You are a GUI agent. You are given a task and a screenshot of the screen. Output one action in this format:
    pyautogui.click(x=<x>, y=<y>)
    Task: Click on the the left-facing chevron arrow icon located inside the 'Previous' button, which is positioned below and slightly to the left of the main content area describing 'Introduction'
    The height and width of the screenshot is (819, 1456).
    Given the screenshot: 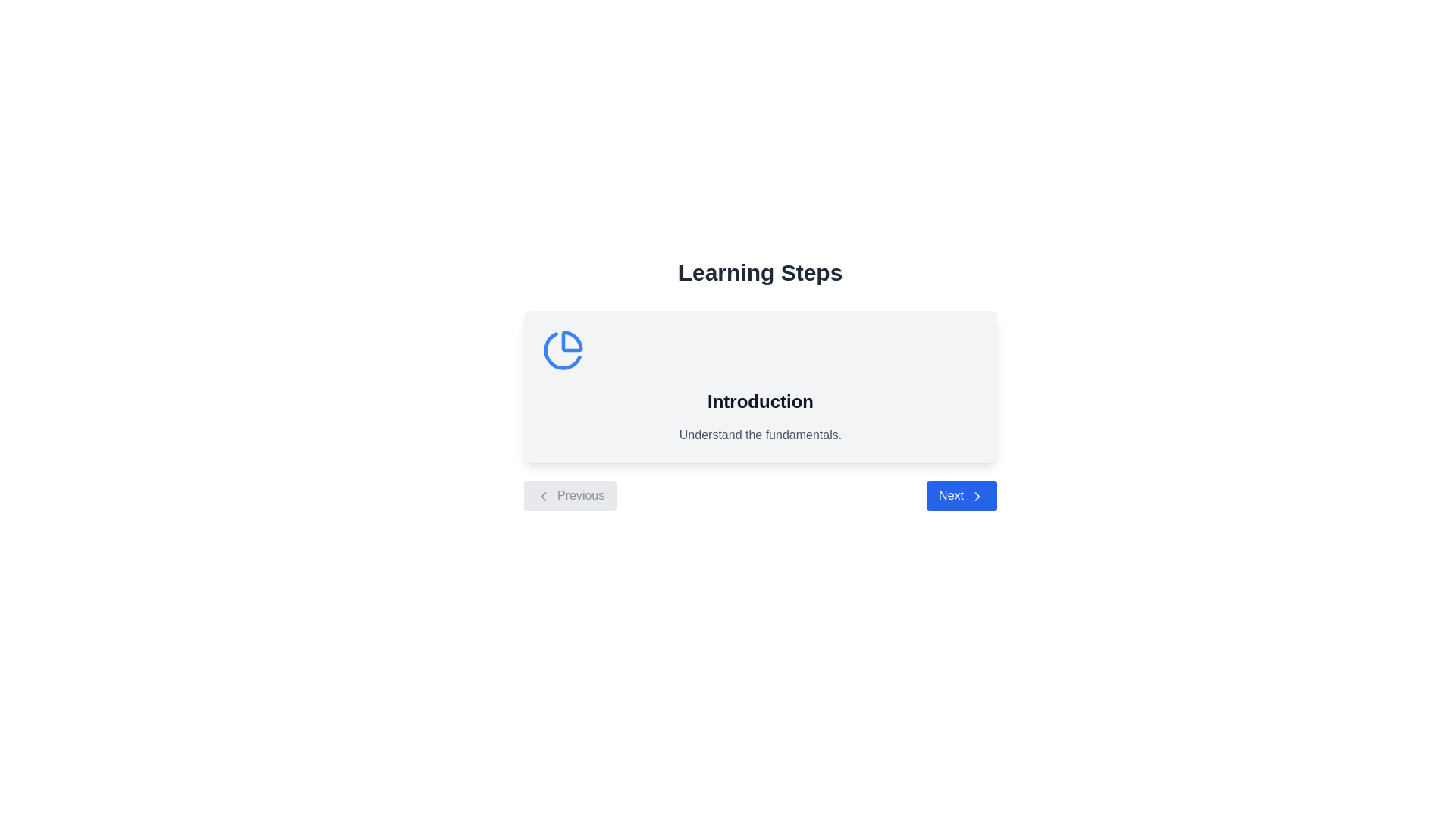 What is the action you would take?
    pyautogui.click(x=543, y=496)
    